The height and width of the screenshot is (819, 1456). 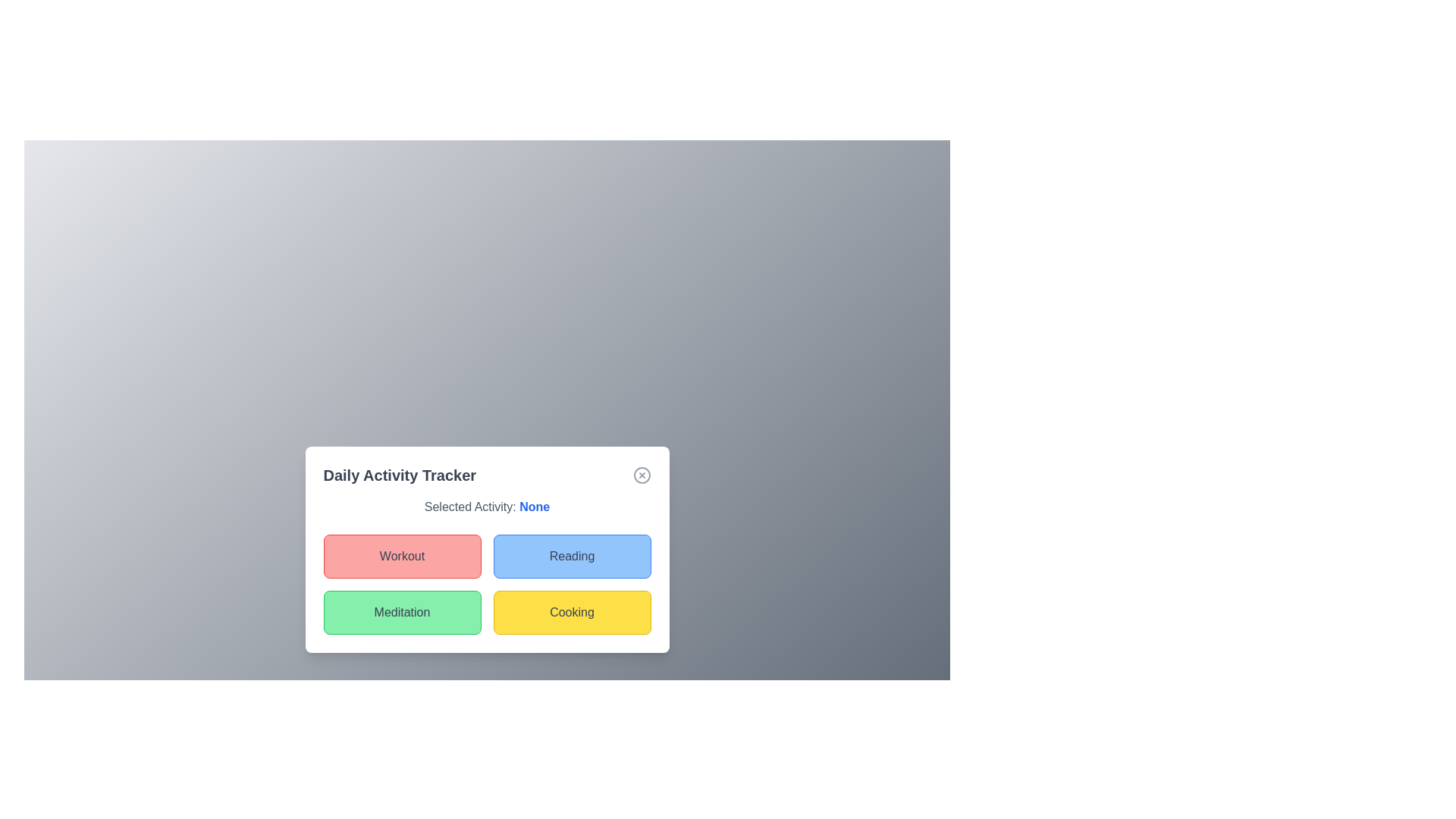 What do you see at coordinates (402, 611) in the screenshot?
I see `the activity Meditation by clicking on the respective button` at bounding box center [402, 611].